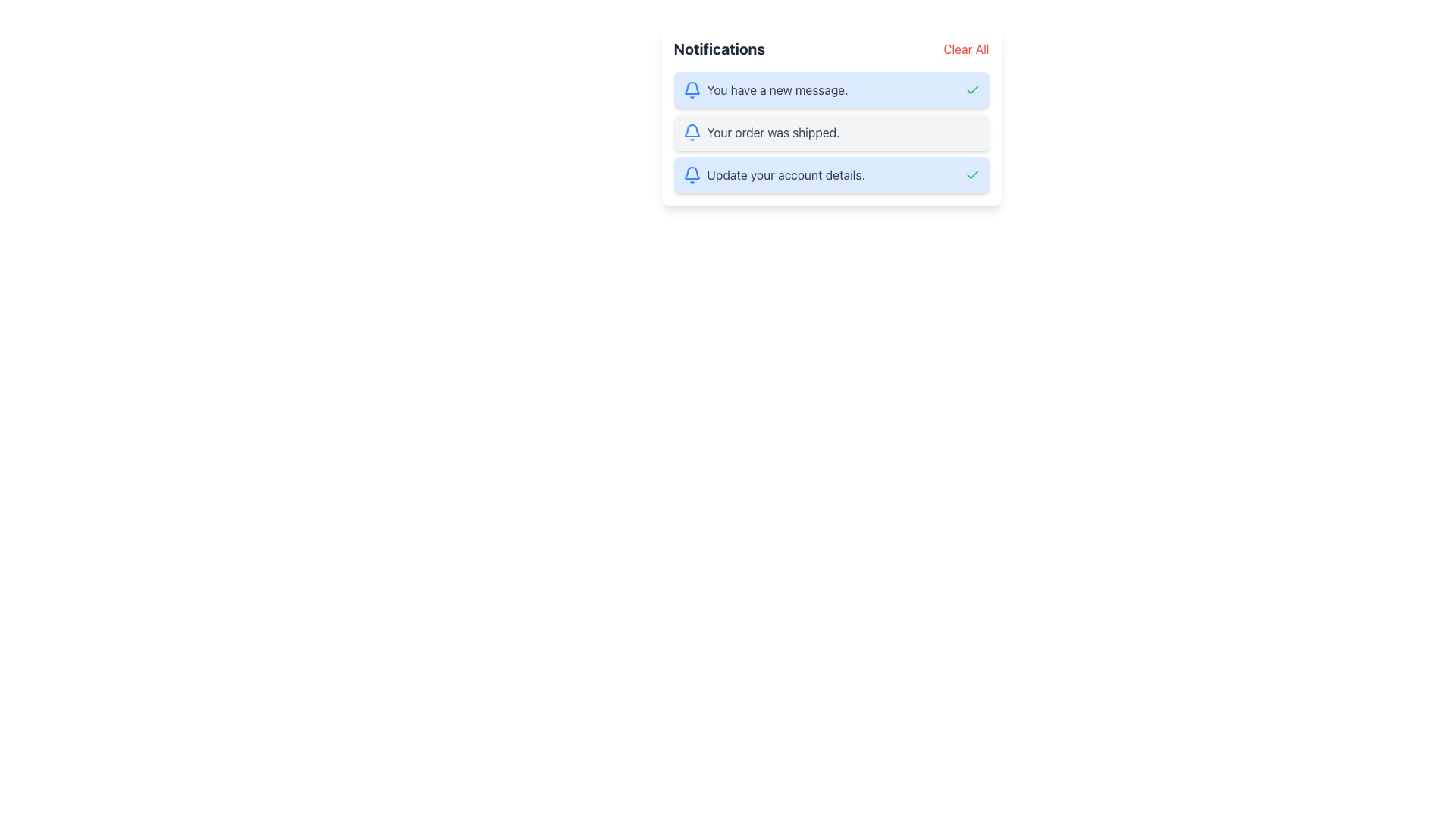 The width and height of the screenshot is (1456, 819). I want to click on the text label that says 'You have a new message.' located in the notification panel, positioned to the right of a blue notification icon and to the left of a green checkmark icon, so click(777, 90).